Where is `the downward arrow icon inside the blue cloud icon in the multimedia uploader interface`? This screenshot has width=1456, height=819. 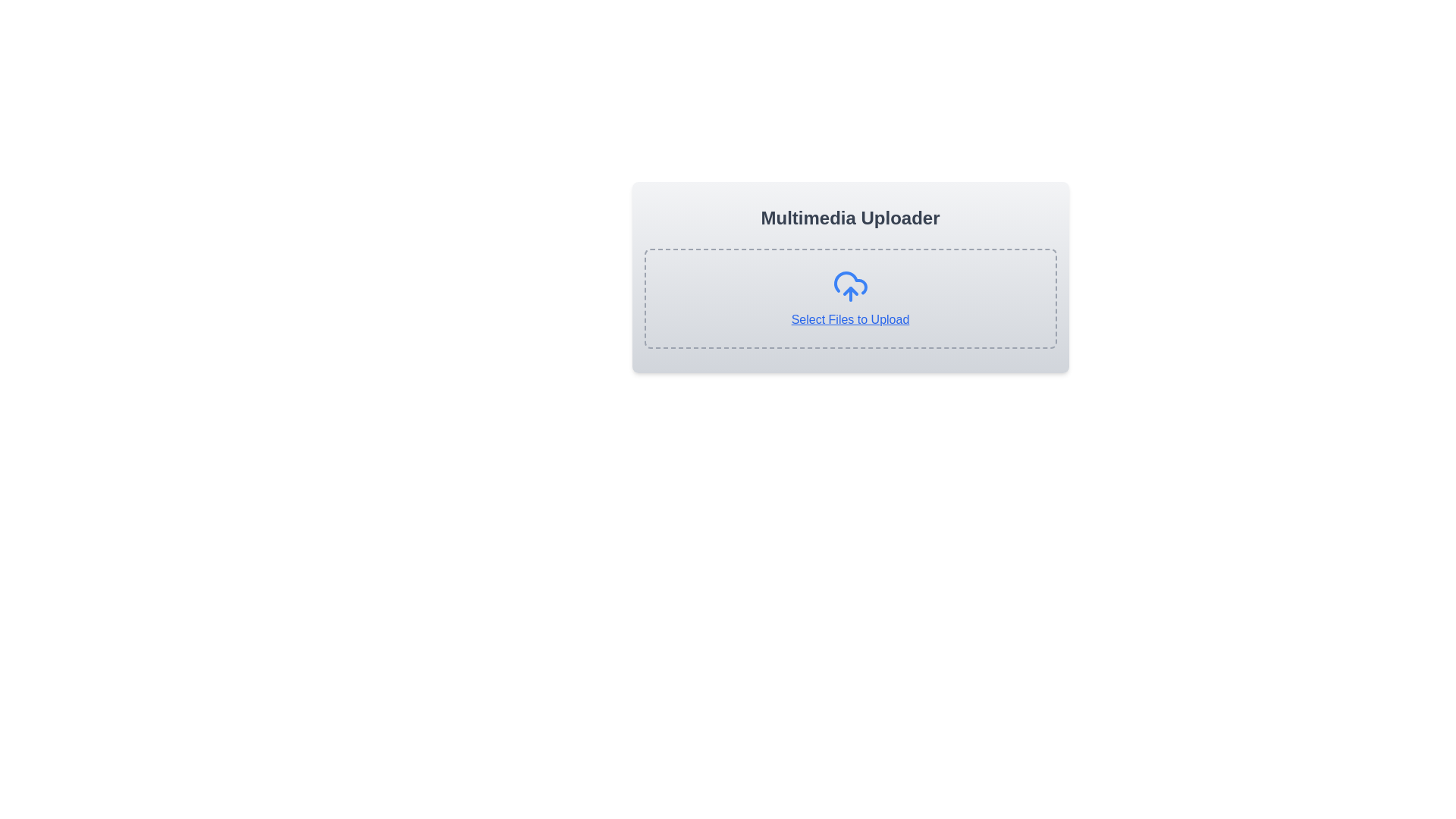 the downward arrow icon inside the blue cloud icon in the multimedia uploader interface is located at coordinates (850, 291).